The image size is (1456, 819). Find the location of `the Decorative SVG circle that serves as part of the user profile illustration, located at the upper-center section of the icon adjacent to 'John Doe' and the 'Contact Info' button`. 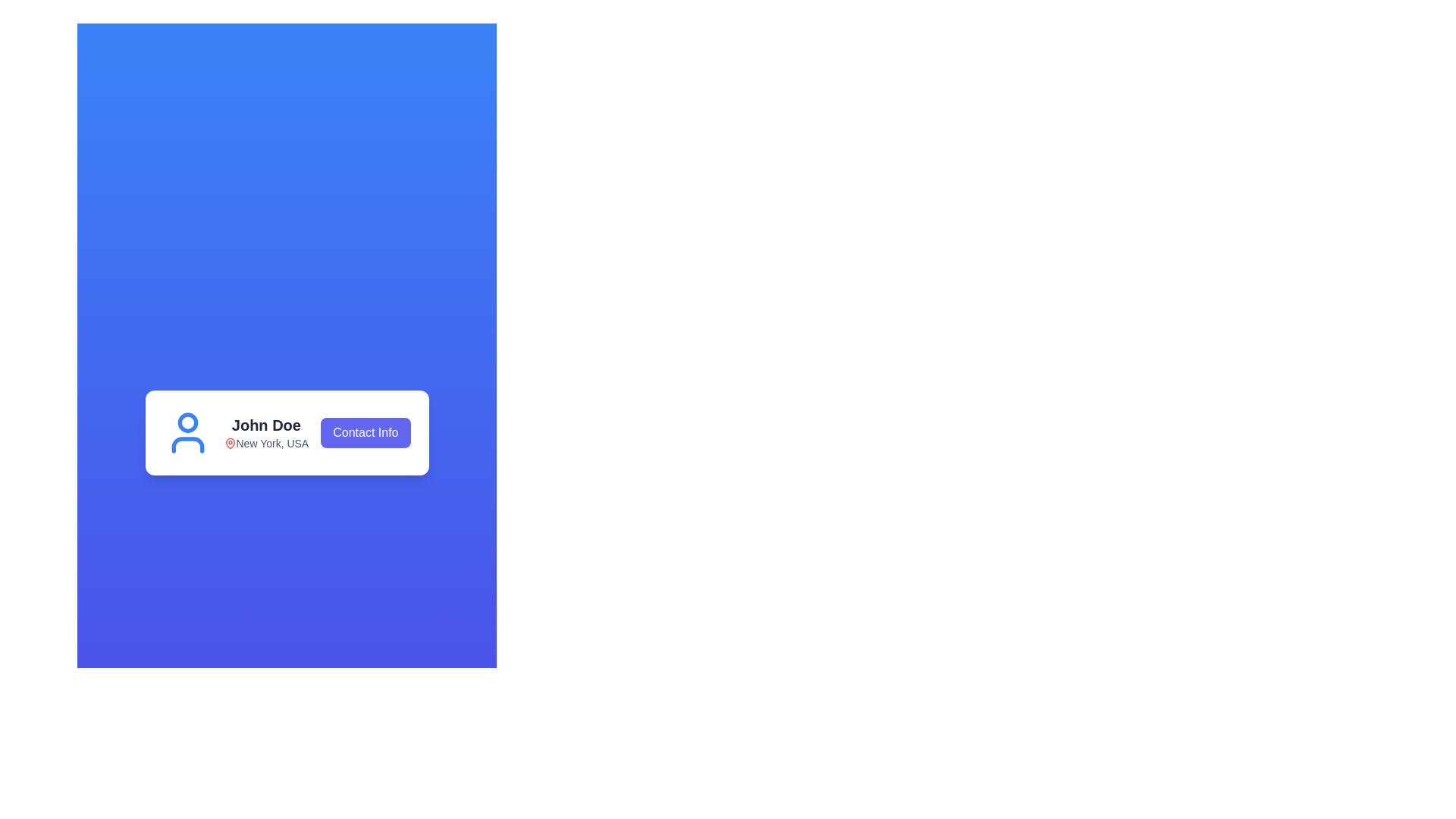

the Decorative SVG circle that serves as part of the user profile illustration, located at the upper-center section of the icon adjacent to 'John Doe' and the 'Contact Info' button is located at coordinates (187, 422).